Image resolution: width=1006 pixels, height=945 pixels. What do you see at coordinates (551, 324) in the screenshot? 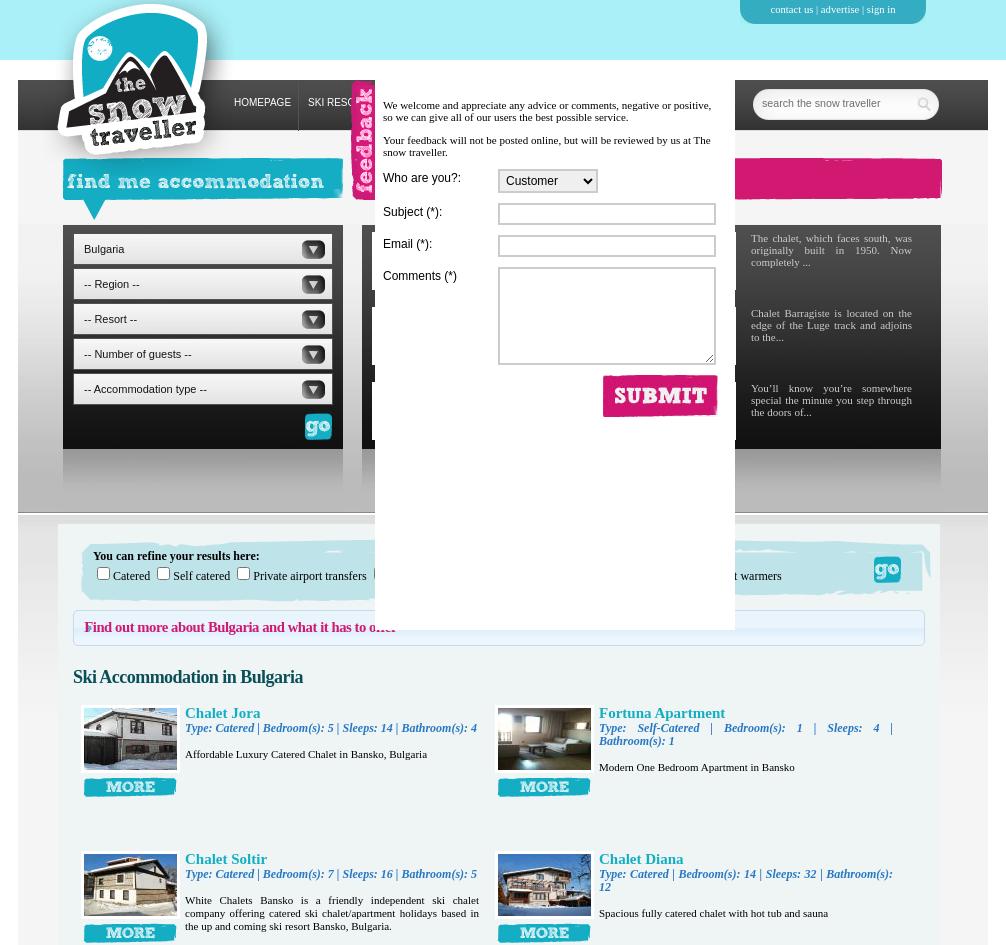
I see `'Chalet Apartments are in the heart centre of the charming, historic and pictu...'` at bounding box center [551, 324].